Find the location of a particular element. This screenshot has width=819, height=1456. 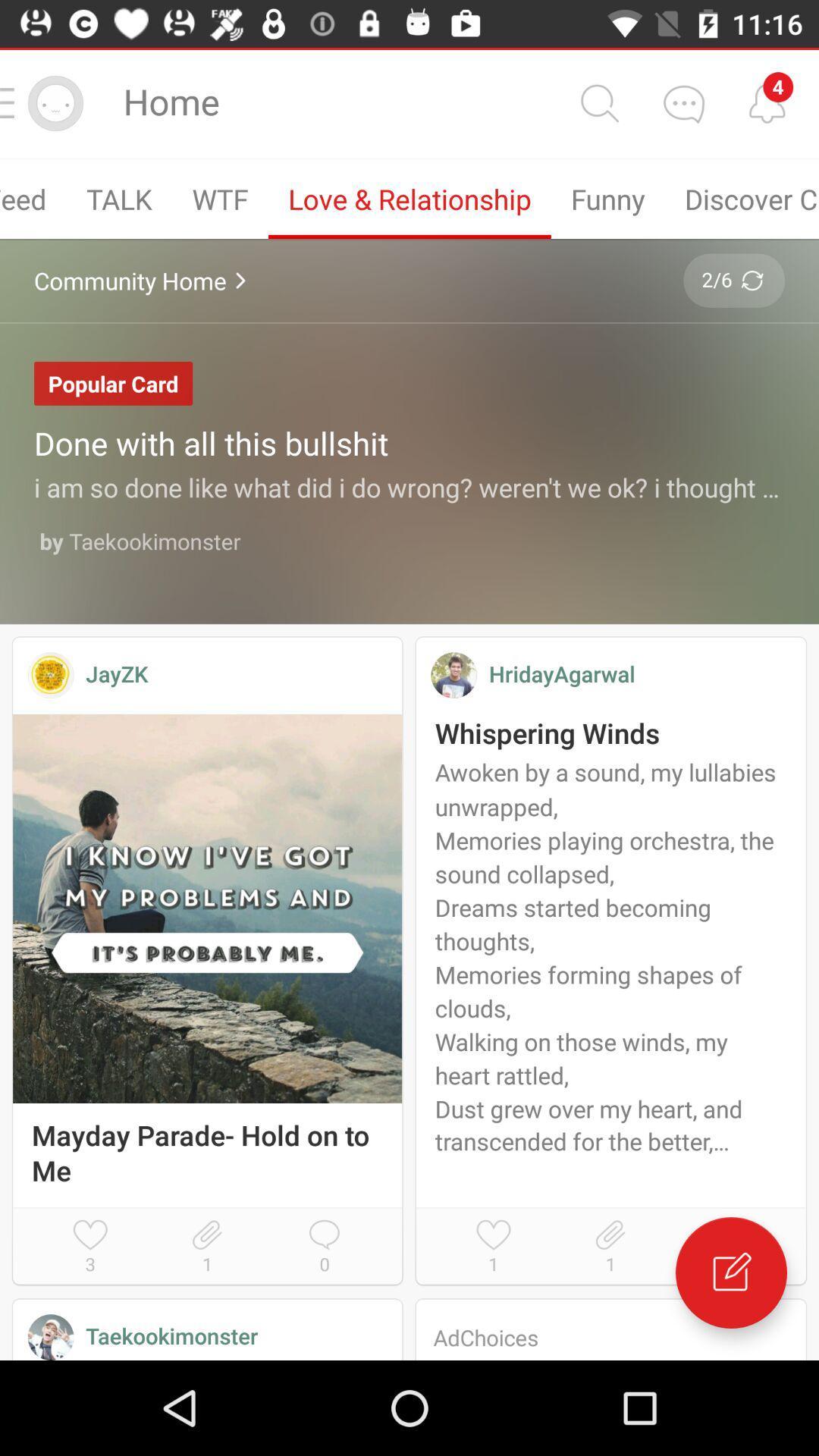

the edit icon is located at coordinates (730, 1272).